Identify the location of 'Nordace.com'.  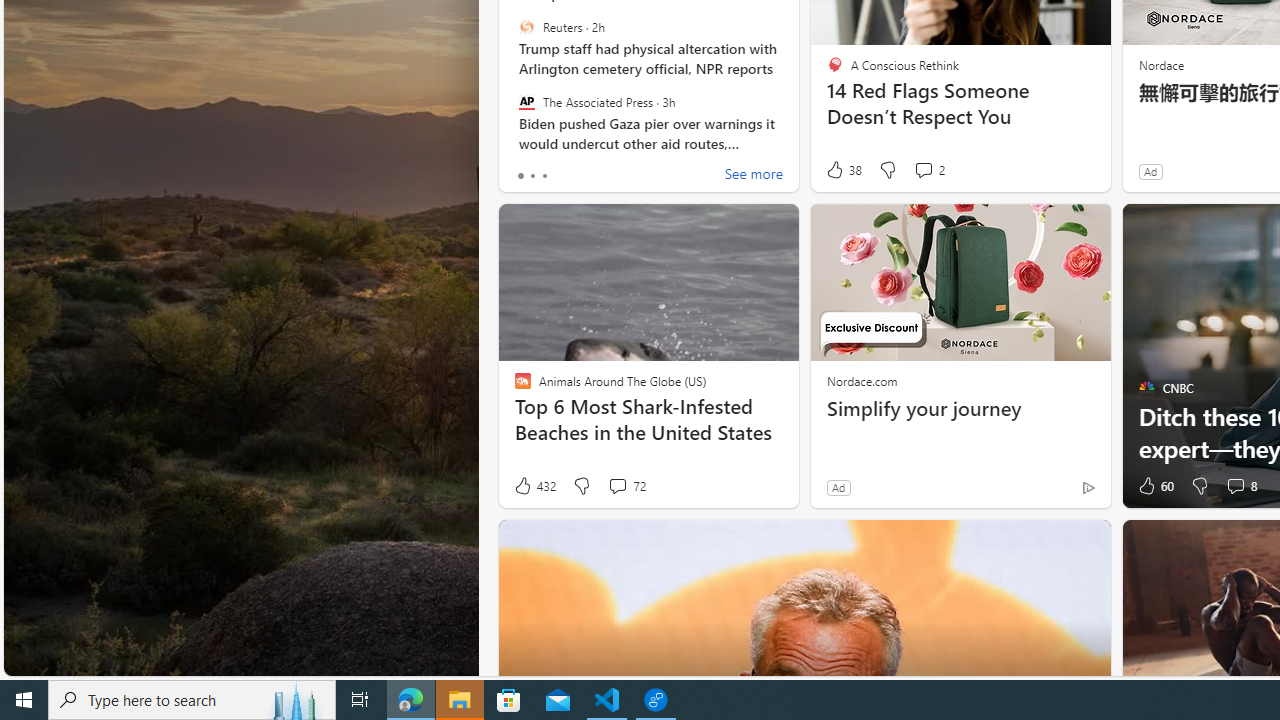
(862, 380).